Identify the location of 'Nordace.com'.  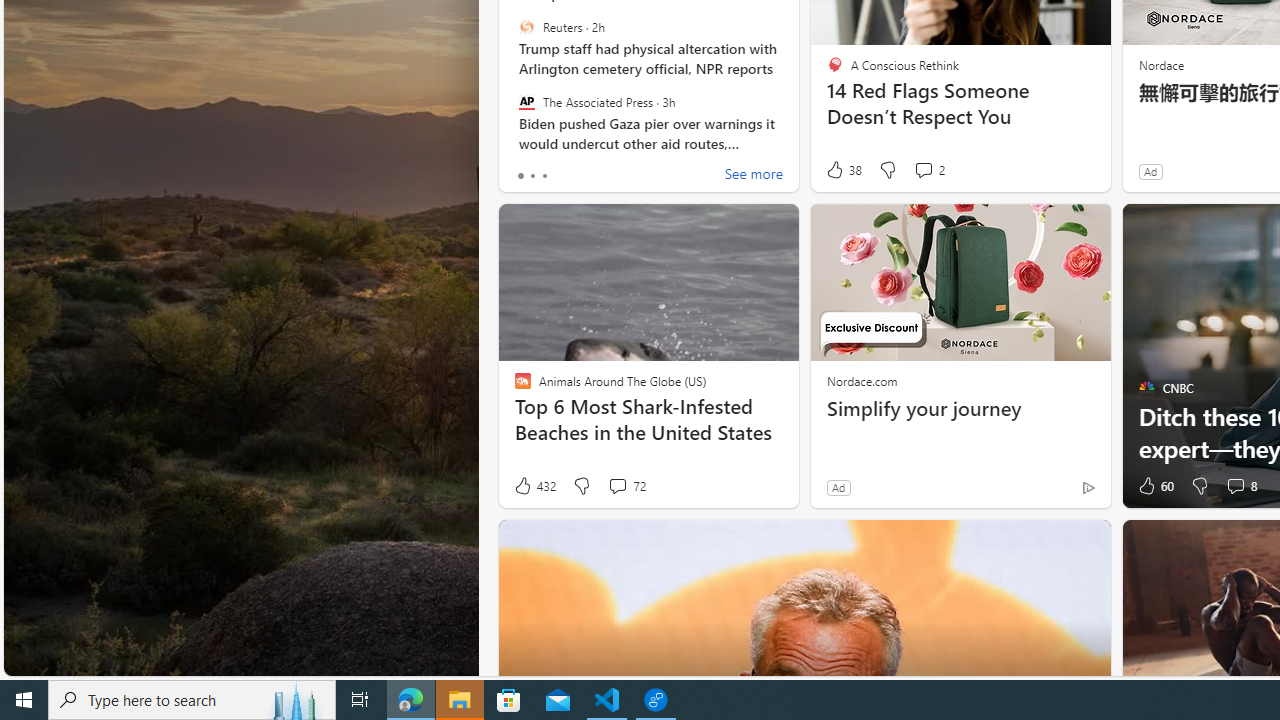
(862, 380).